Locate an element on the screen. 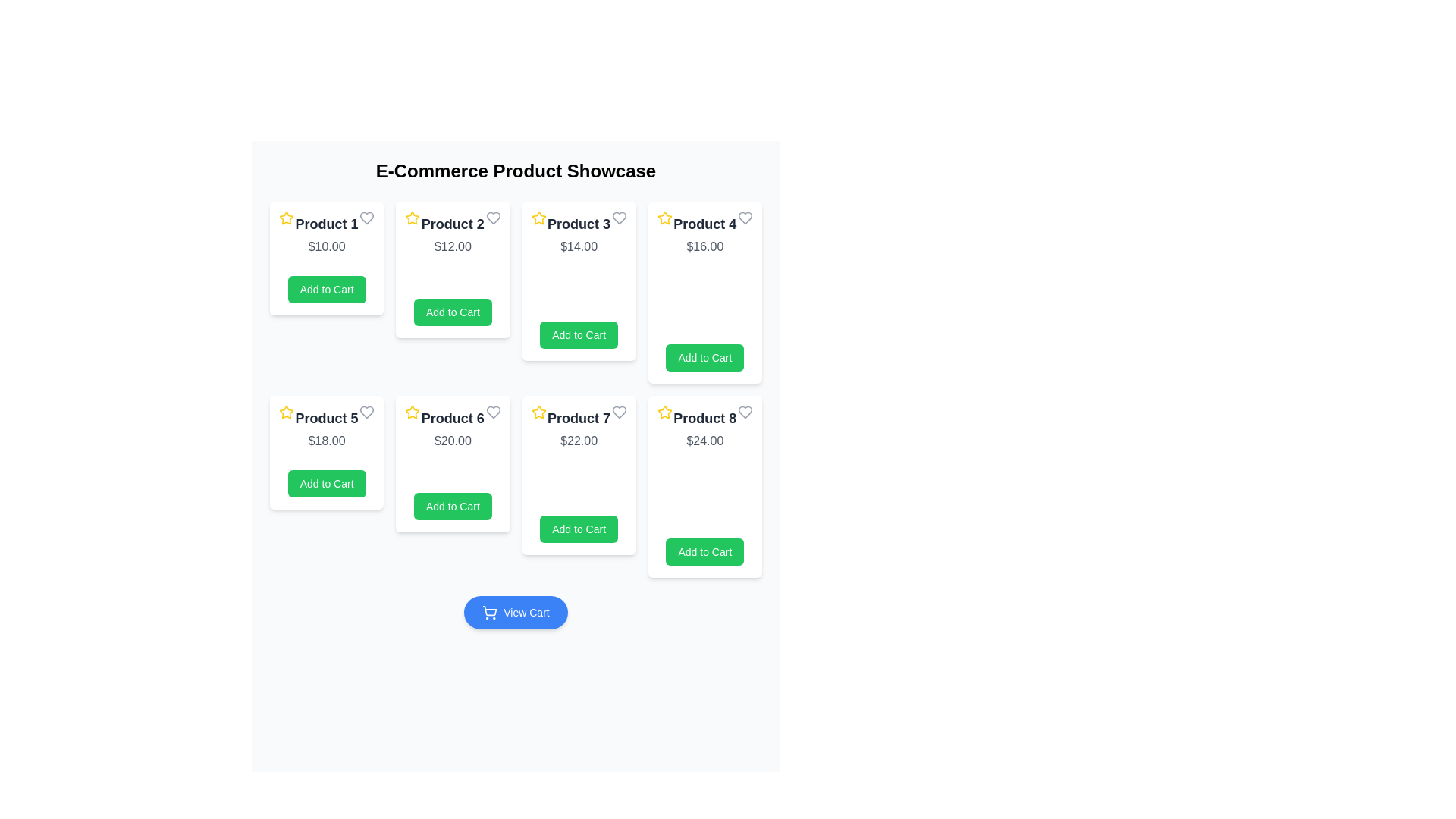 The image size is (1456, 819). the favorite icon located in the top-right corner of the 'Product 6' card to favorite the product is located at coordinates (493, 412).